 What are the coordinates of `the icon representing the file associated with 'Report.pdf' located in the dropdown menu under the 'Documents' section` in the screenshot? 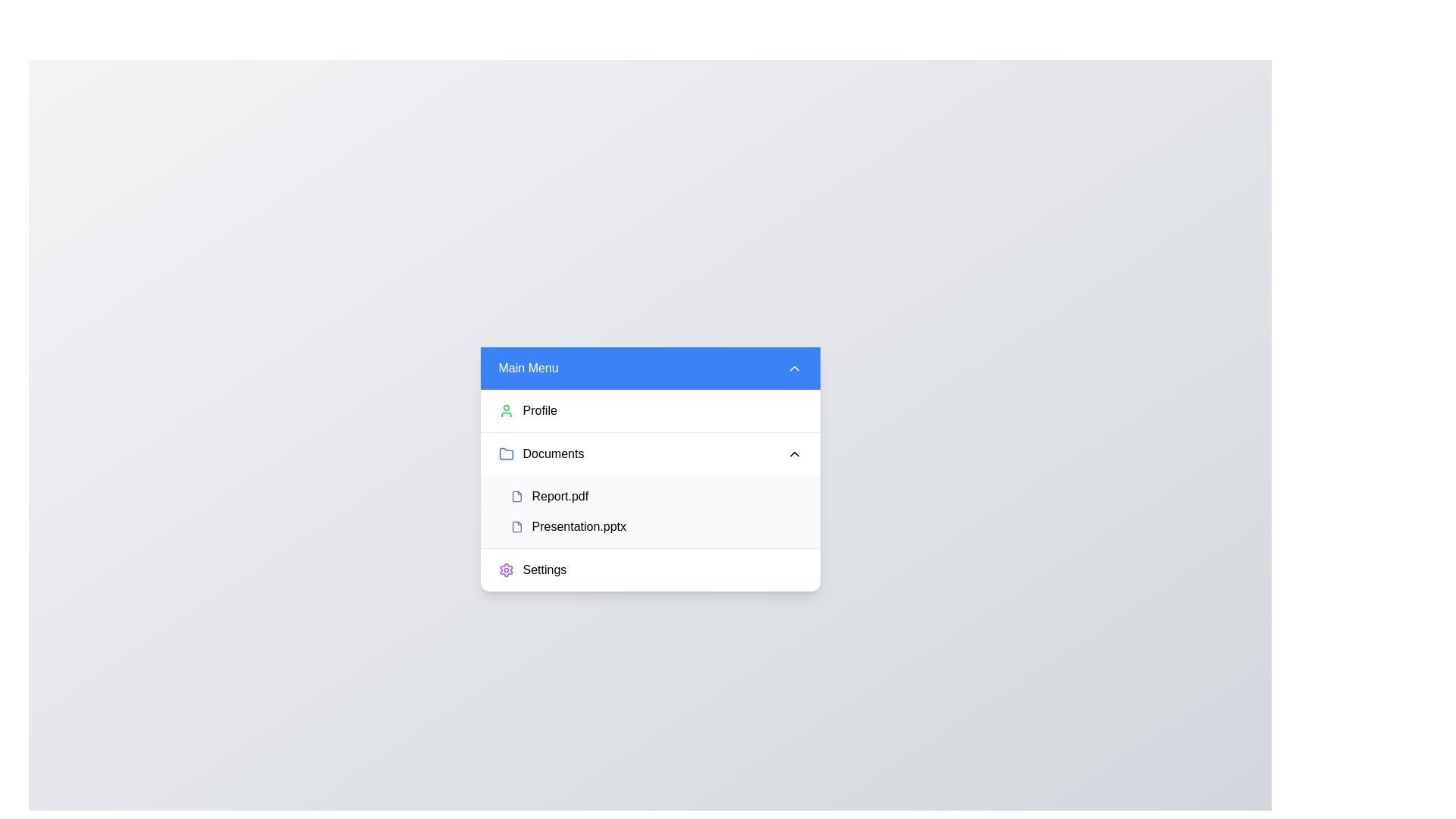 It's located at (516, 497).